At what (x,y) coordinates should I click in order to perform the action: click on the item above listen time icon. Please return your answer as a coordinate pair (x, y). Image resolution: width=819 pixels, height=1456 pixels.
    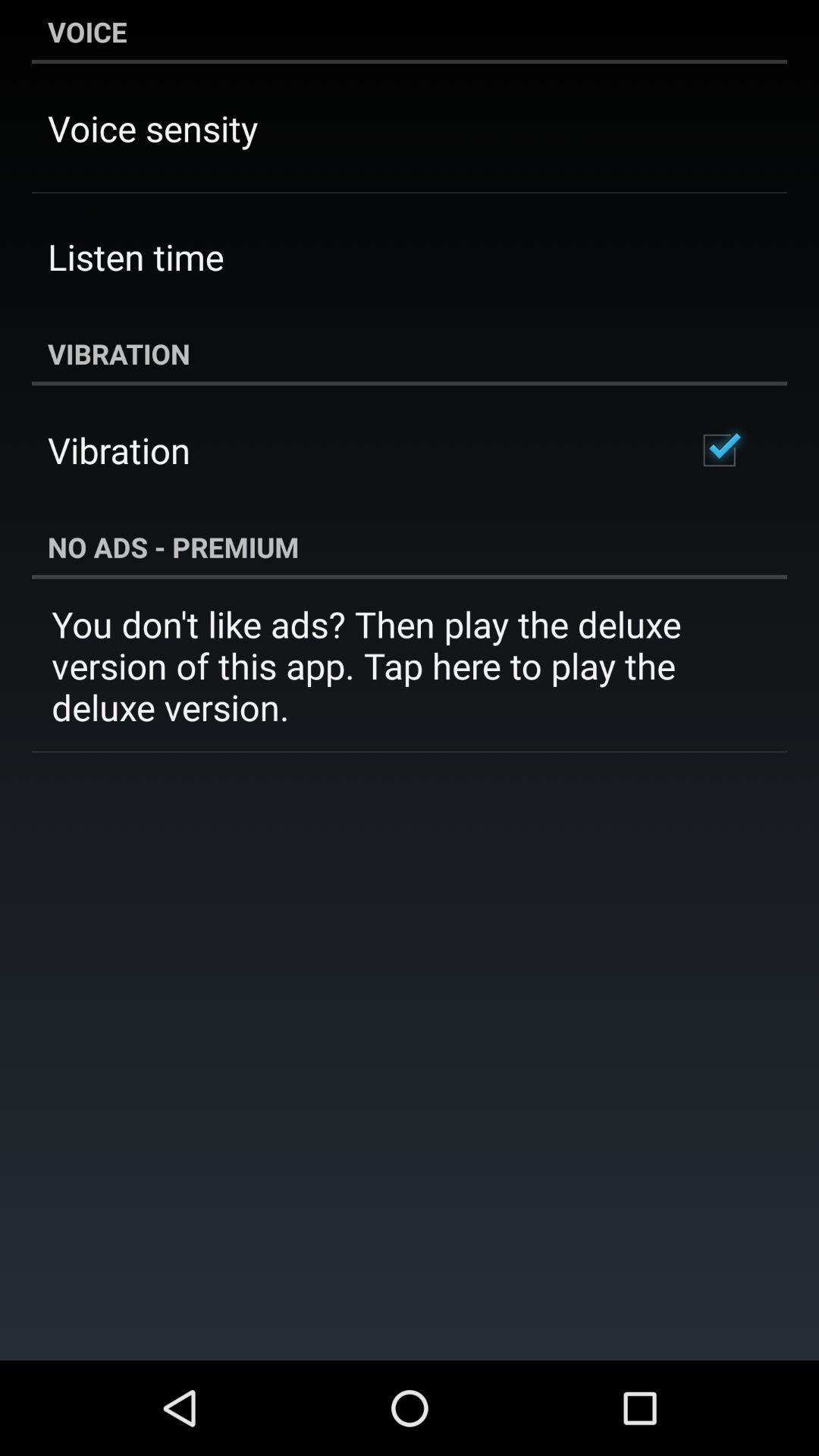
    Looking at the image, I should click on (152, 128).